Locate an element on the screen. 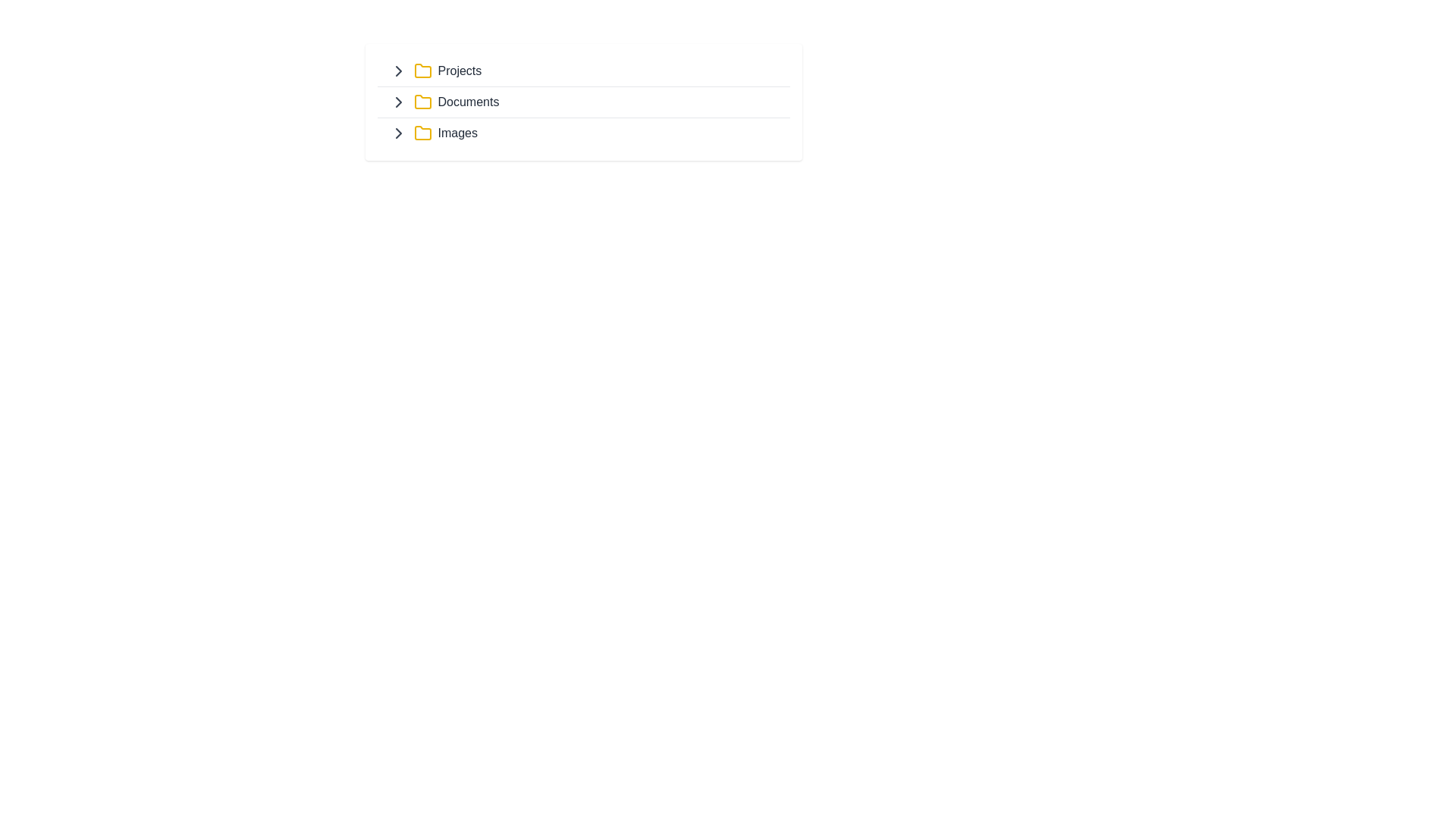 The height and width of the screenshot is (819, 1456). the 'Documents' text label, which identifies the 'Documents' folder in the structured list layout, located to the right of a yellow folder icon and below the 'Projects' row is located at coordinates (468, 102).